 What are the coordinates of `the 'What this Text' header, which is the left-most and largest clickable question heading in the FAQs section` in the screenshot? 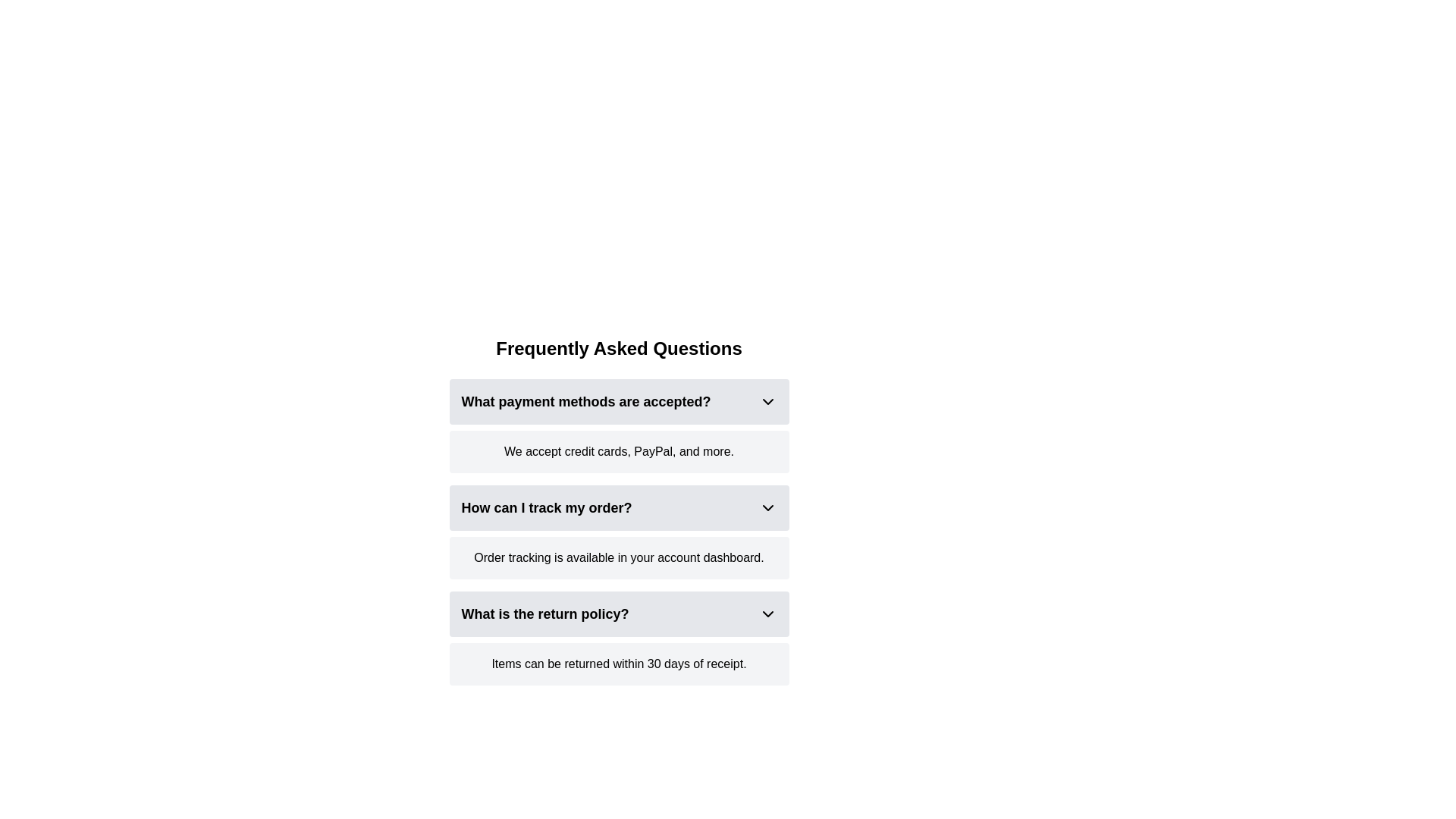 It's located at (585, 400).